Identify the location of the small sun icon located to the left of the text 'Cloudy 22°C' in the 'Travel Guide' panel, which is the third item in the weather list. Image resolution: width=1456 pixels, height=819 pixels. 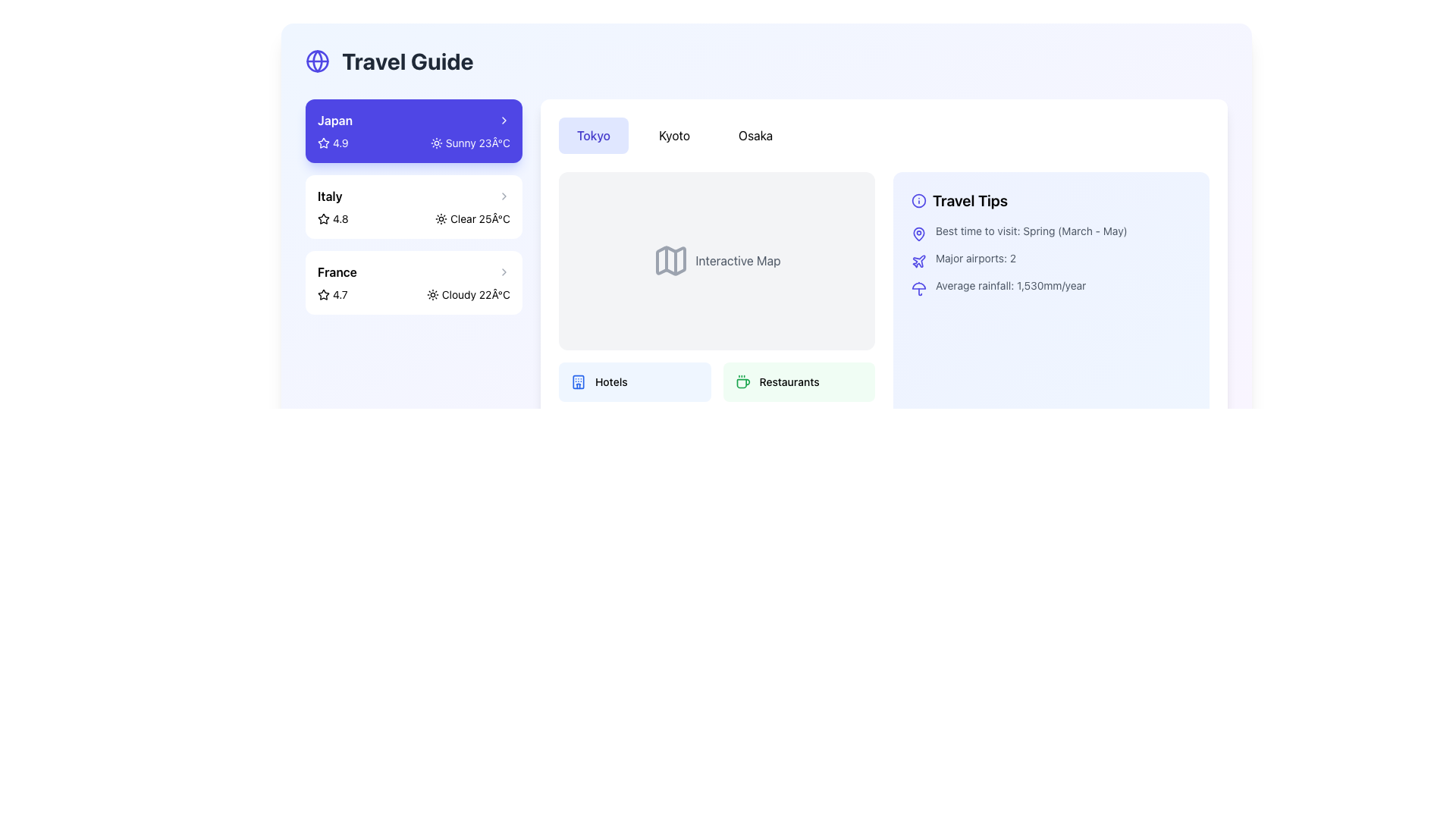
(431, 295).